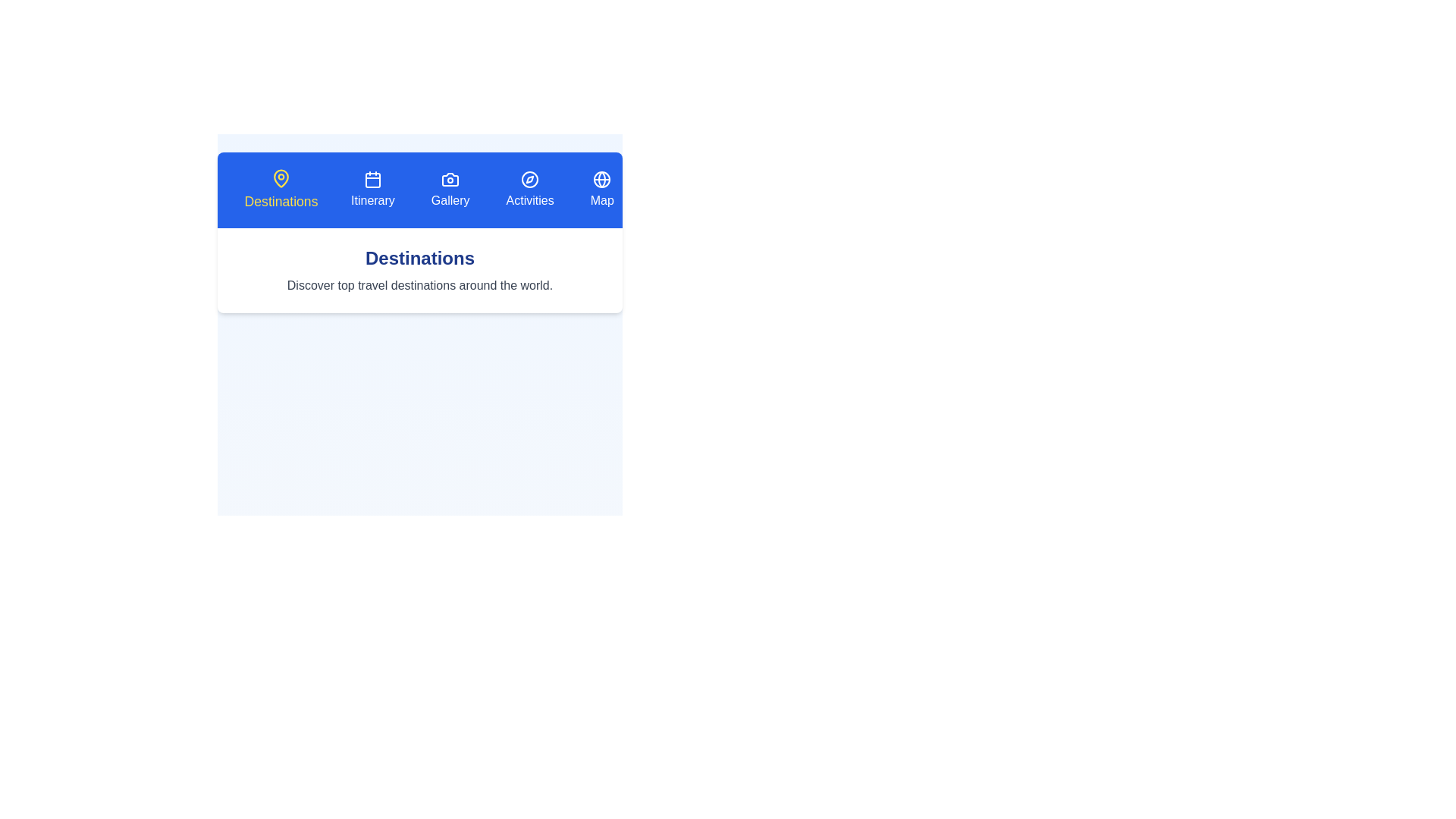 The height and width of the screenshot is (819, 1456). Describe the element at coordinates (601, 178) in the screenshot. I see `the globe icon representing the 'Map' section in the navigation bar at the top right corner of the interface, adjacent to the 'Activities' option` at that location.